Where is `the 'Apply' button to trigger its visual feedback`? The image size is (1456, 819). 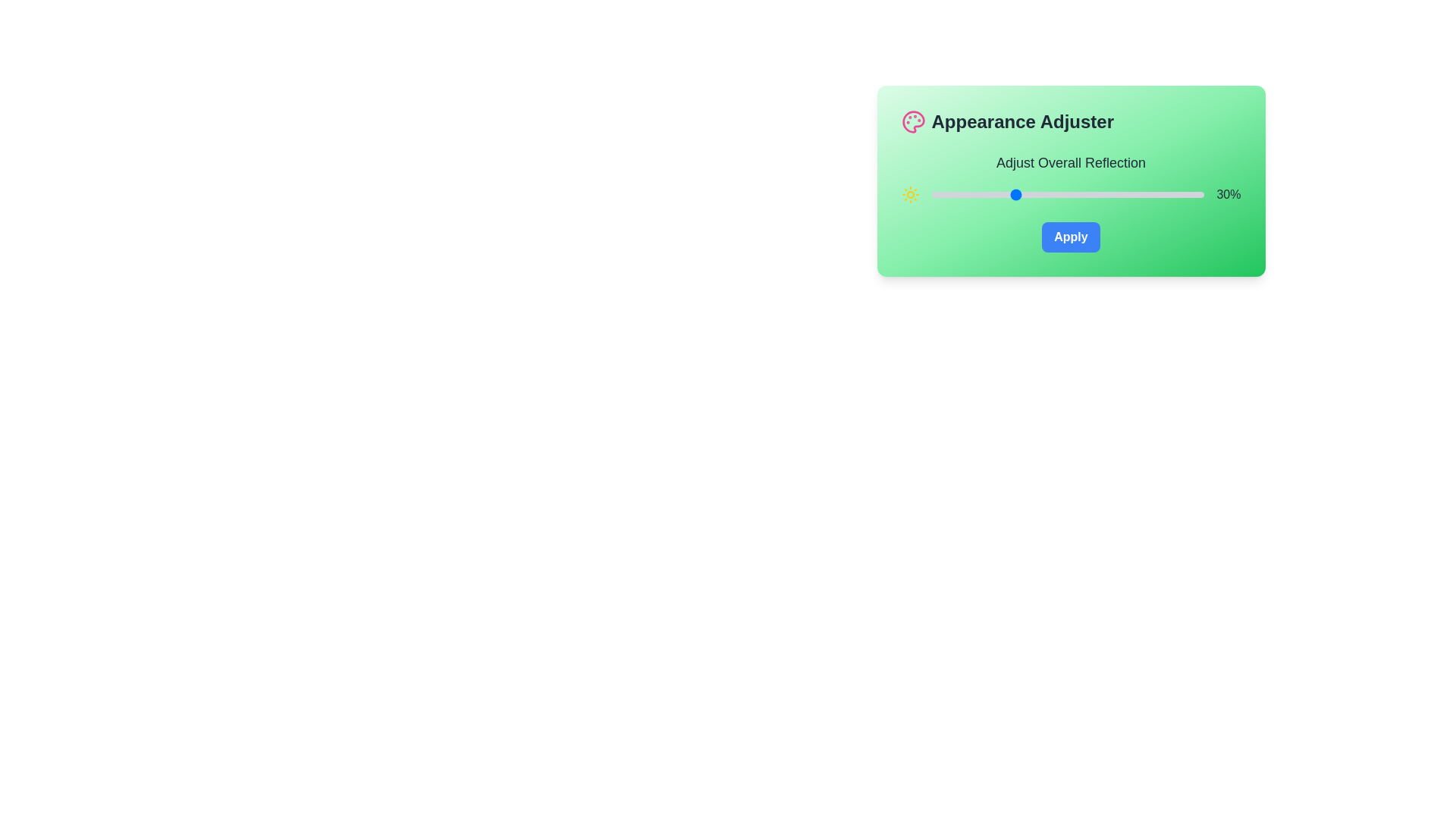 the 'Apply' button to trigger its visual feedback is located at coordinates (1070, 237).